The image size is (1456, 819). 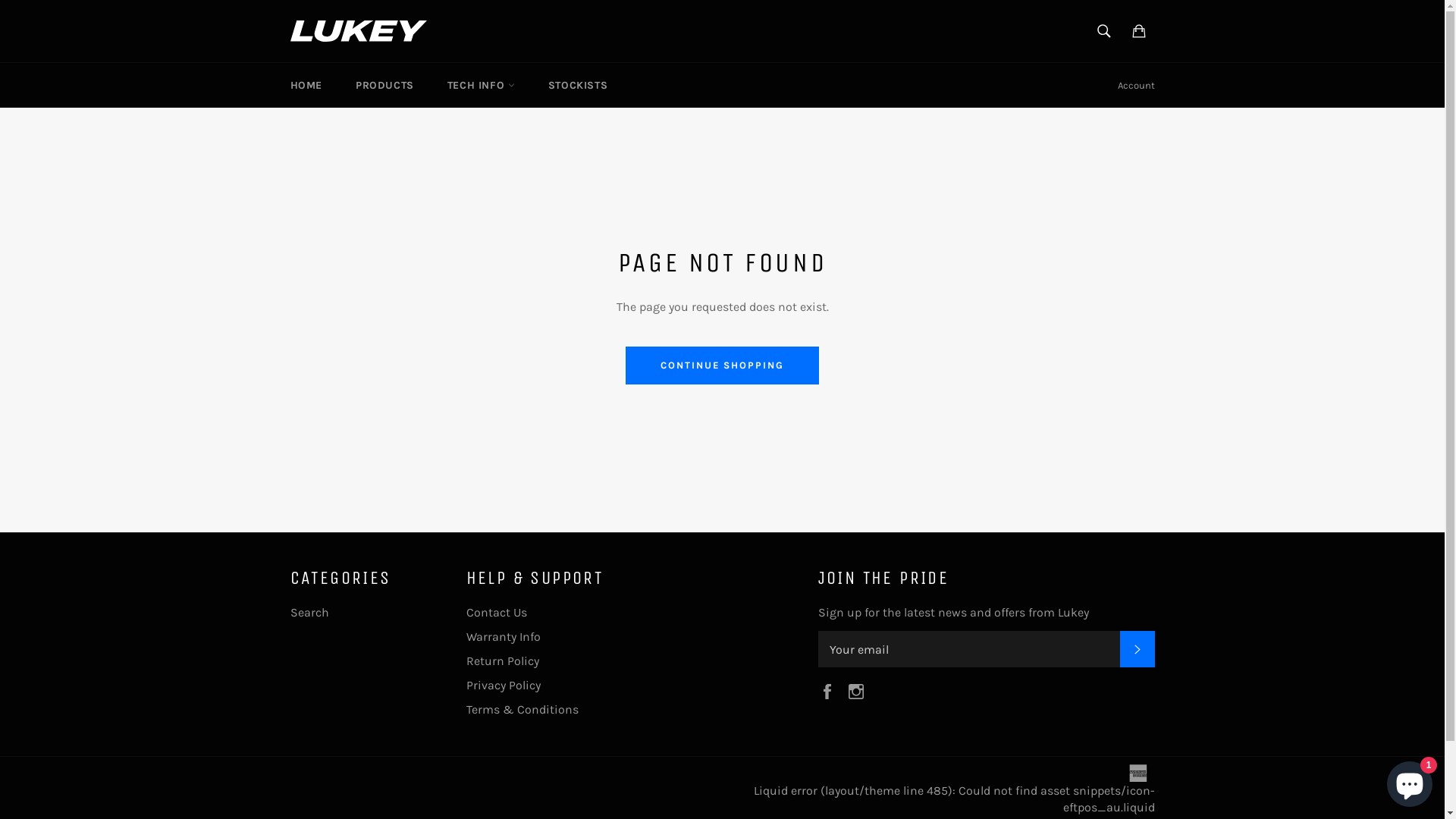 What do you see at coordinates (465, 709) in the screenshot?
I see `'Terms & Conditions'` at bounding box center [465, 709].